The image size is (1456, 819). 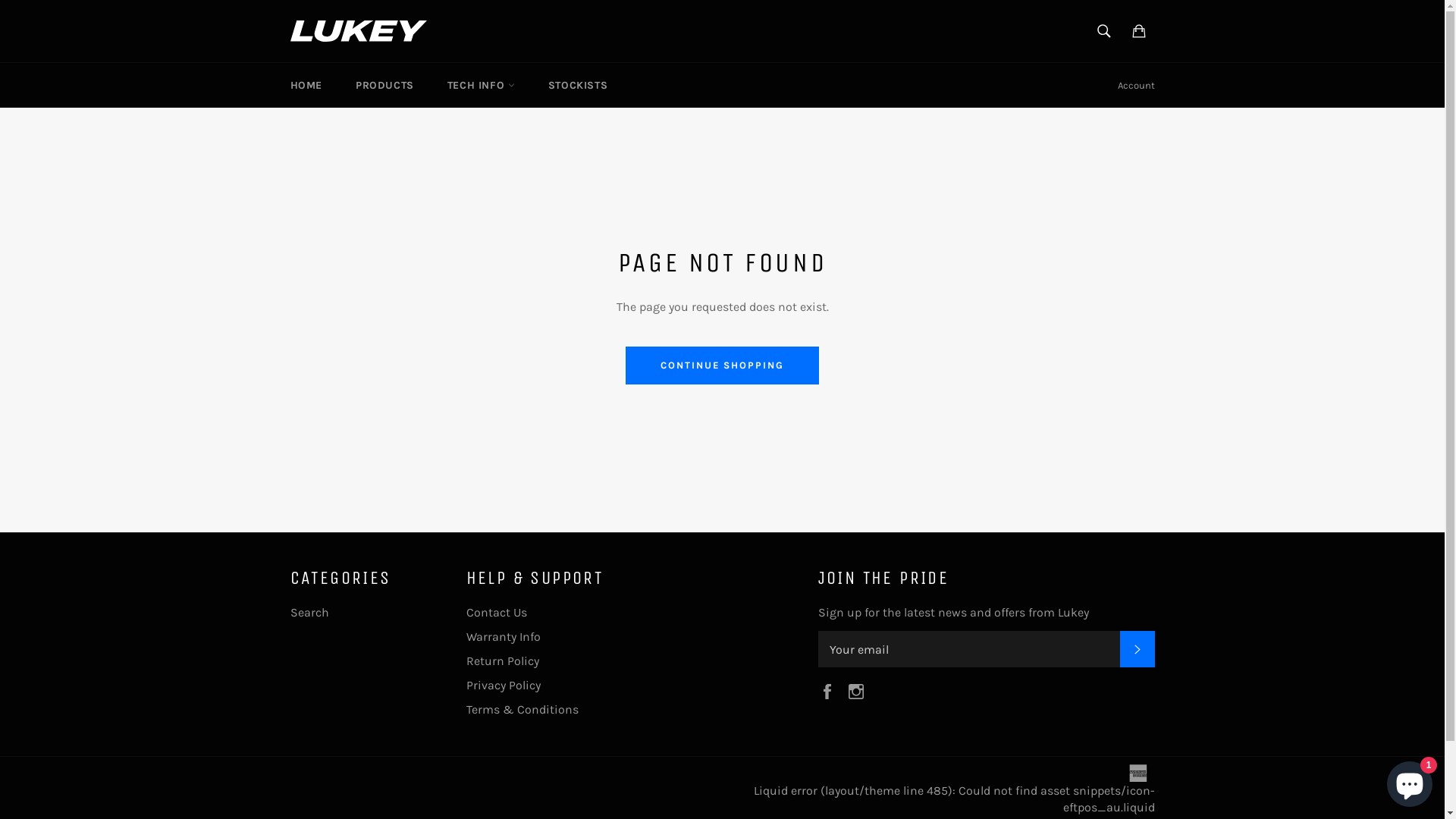 What do you see at coordinates (465, 709) in the screenshot?
I see `'Terms & Conditions'` at bounding box center [465, 709].